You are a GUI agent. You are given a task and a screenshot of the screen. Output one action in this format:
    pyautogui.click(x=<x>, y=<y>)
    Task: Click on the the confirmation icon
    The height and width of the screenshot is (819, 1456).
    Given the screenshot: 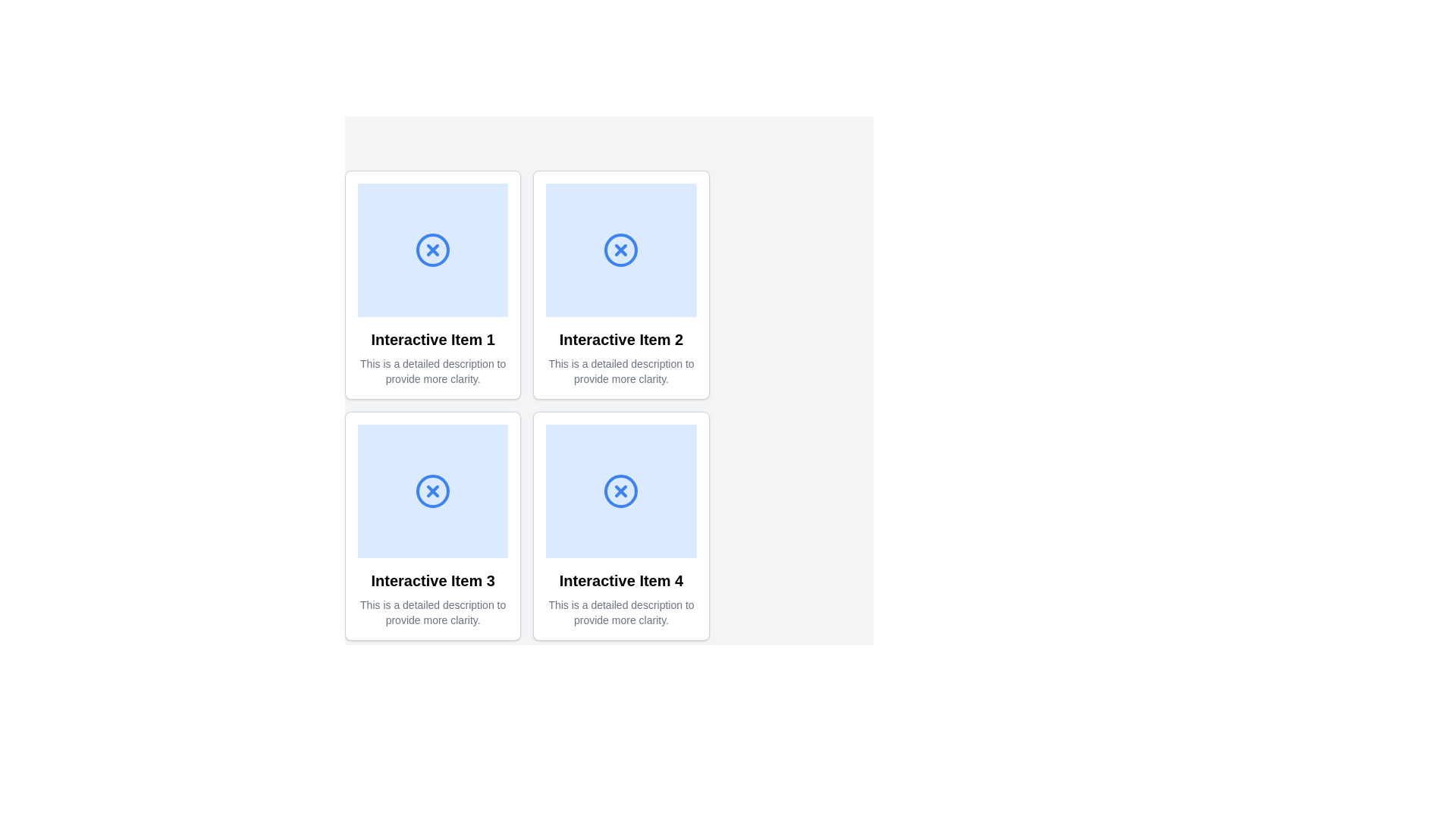 What is the action you would take?
    pyautogui.click(x=621, y=491)
    